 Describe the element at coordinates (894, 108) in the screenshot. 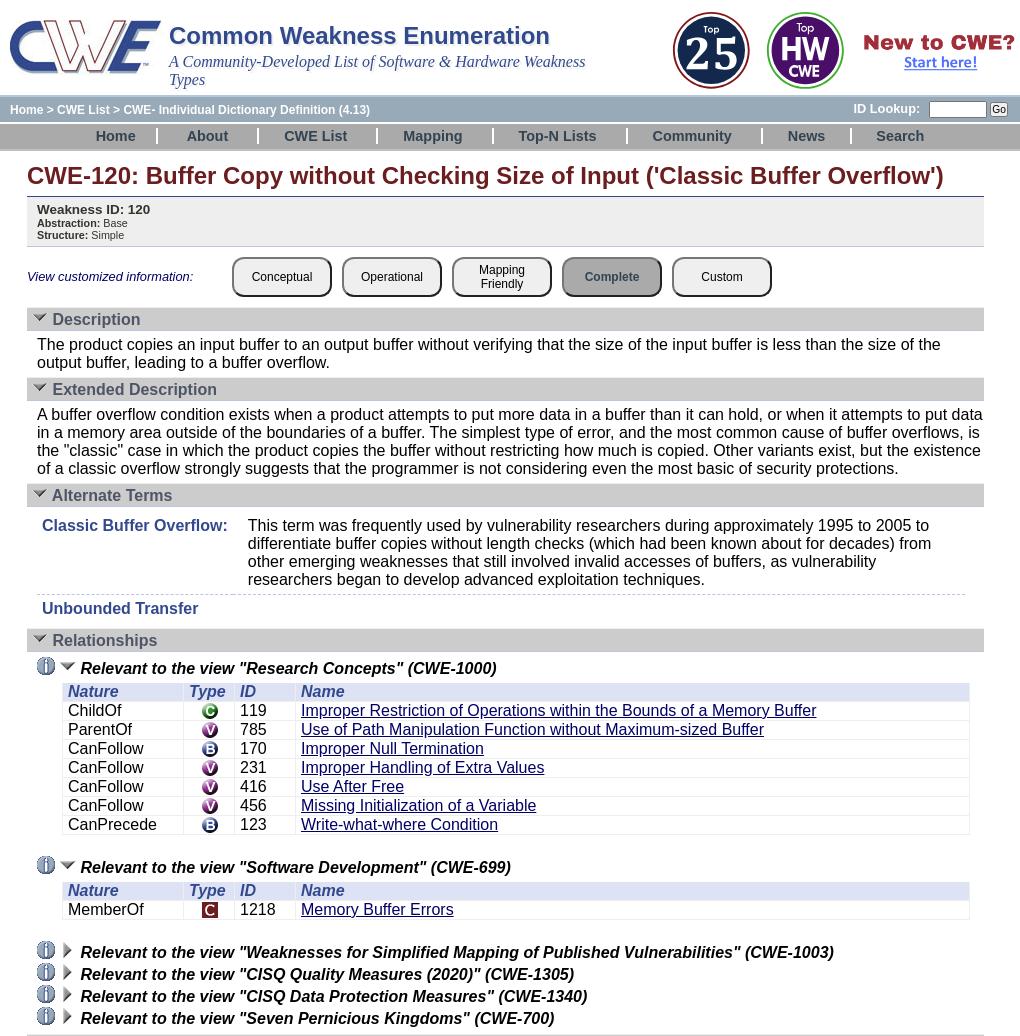

I see `'Lookup:'` at that location.